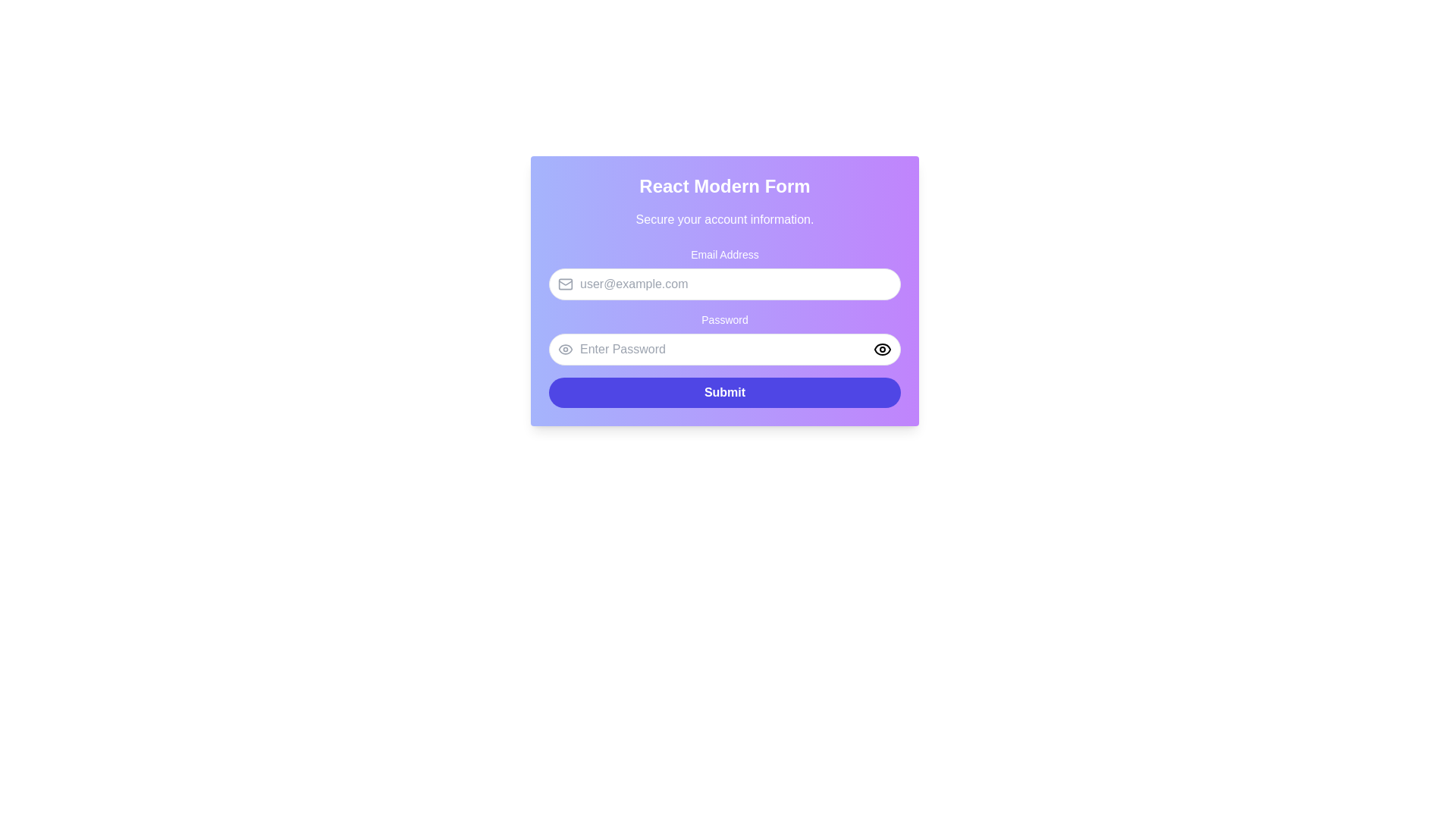 This screenshot has height=819, width=1456. Describe the element at coordinates (723, 318) in the screenshot. I see `the 'Password' label, which is styled in a light color and is located directly below the 'Email Address' input field` at that location.